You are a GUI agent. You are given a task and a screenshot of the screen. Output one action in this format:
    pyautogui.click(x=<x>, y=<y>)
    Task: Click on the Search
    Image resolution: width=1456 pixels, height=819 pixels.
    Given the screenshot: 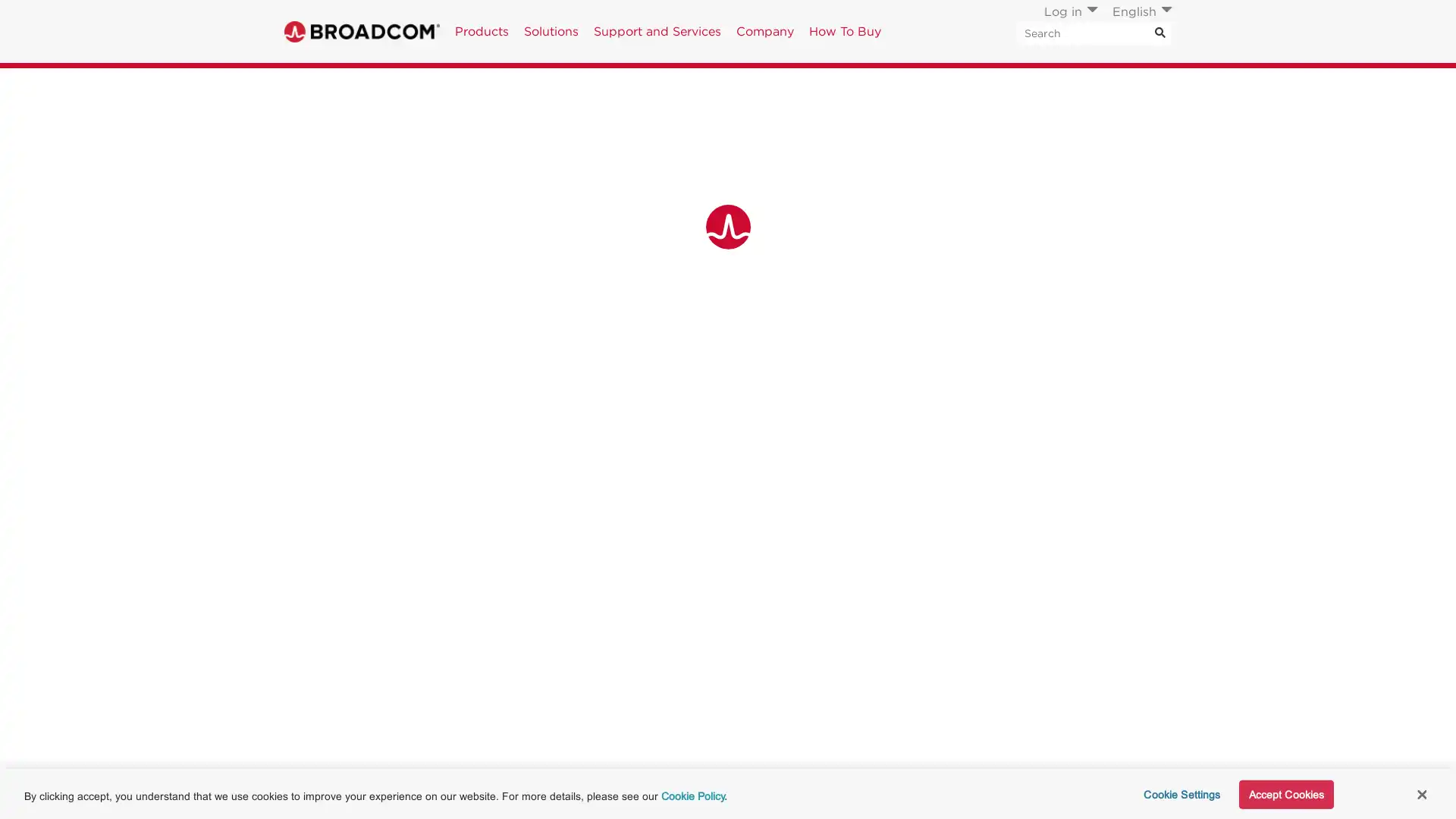 What is the action you would take?
    pyautogui.click(x=1159, y=33)
    